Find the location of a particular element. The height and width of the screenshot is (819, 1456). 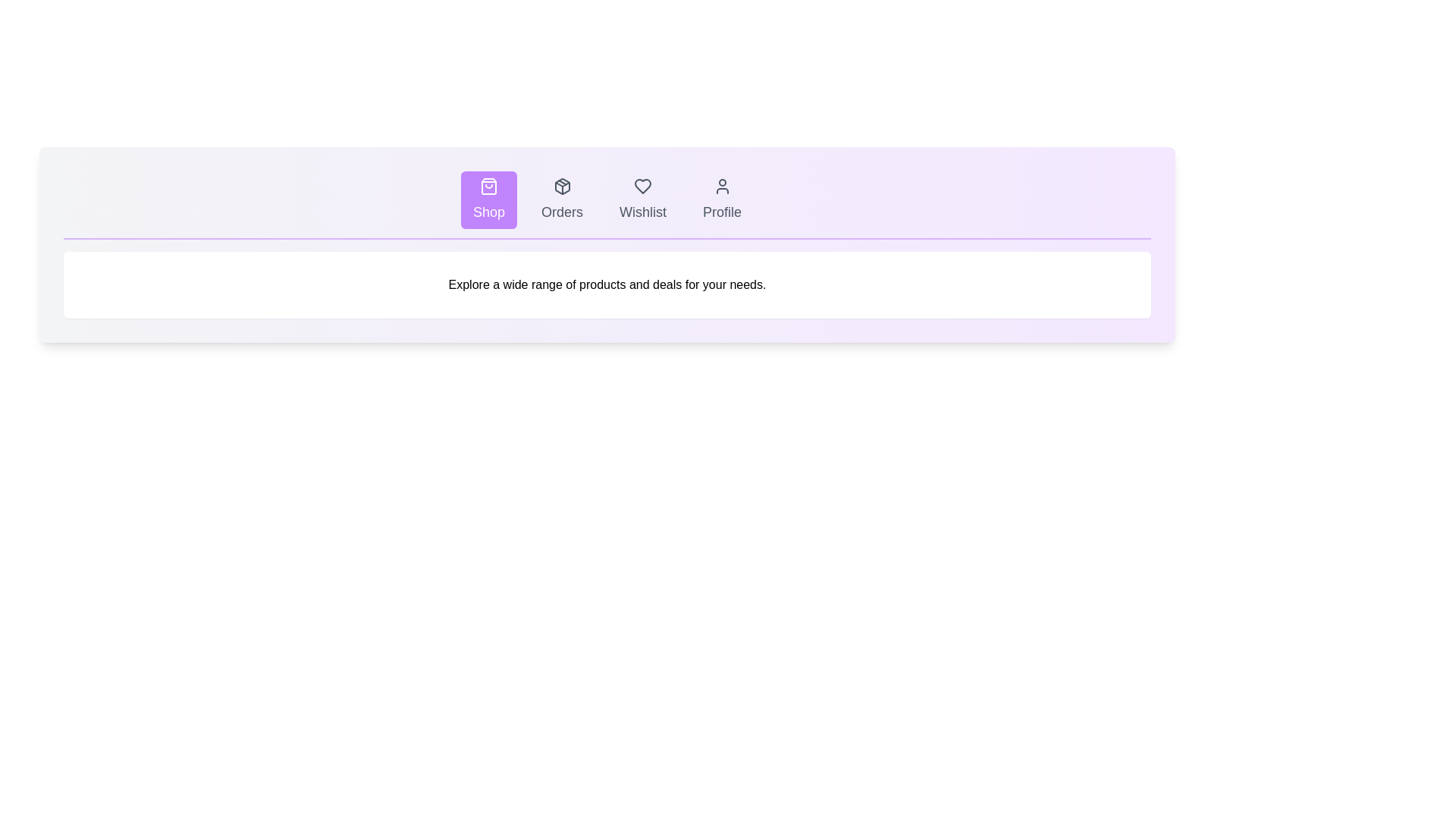

the Wishlist tab to observe its hover effect is located at coordinates (643, 199).